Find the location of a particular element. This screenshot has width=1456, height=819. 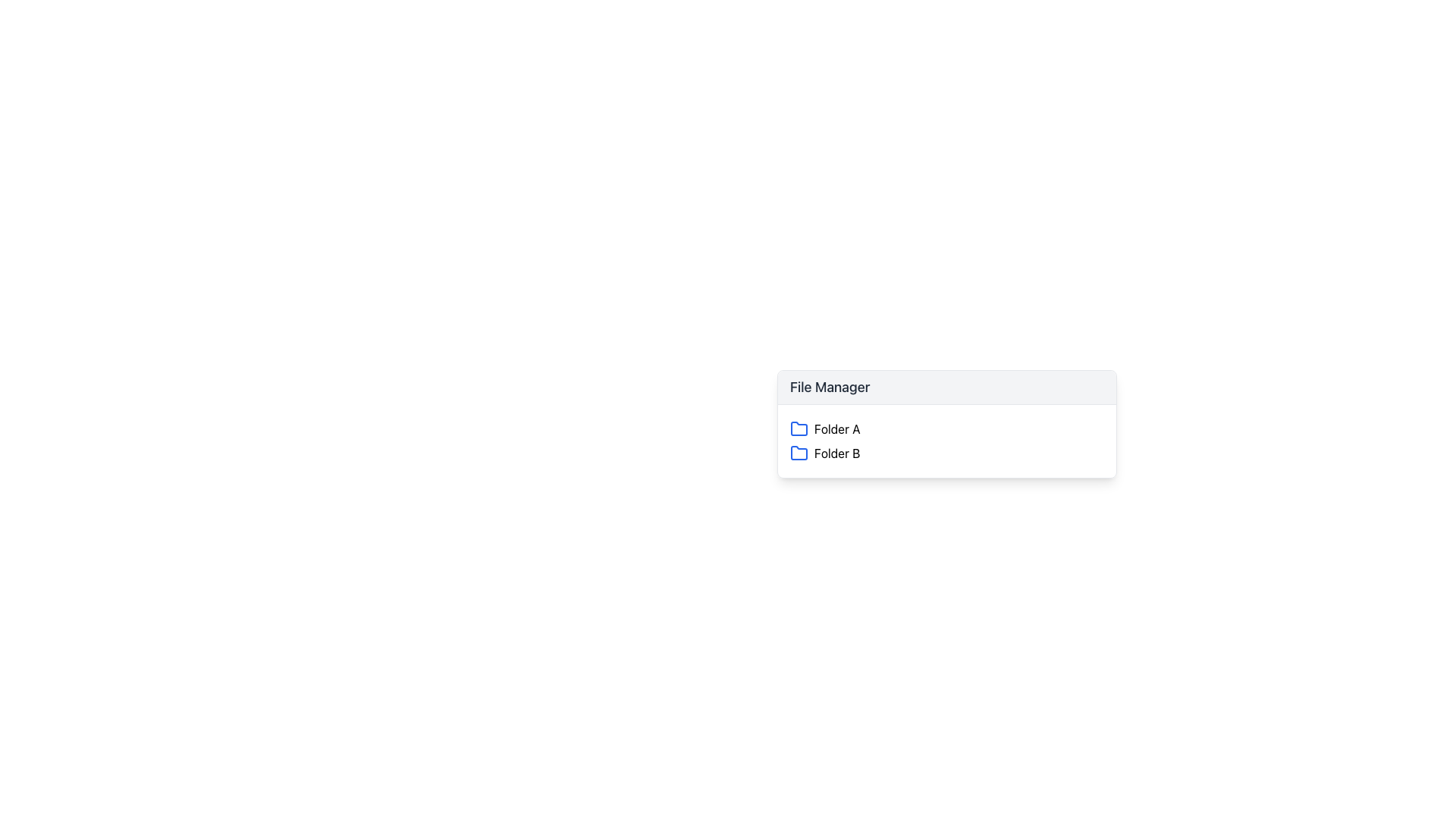

the Text Label for the second folder entry is located at coordinates (836, 452).